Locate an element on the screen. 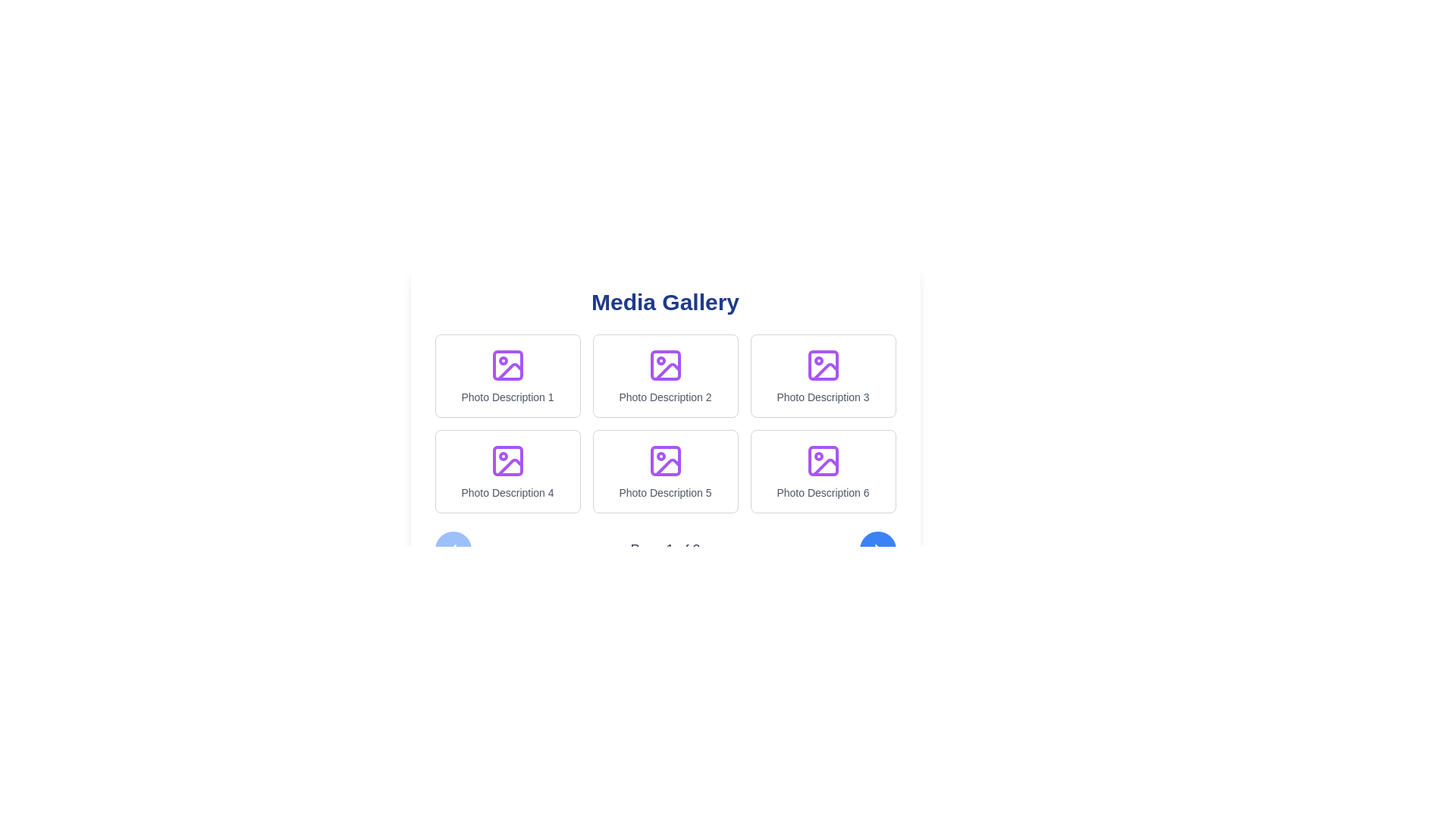  the icon representing the image or photo placeholder located in the second row and first column of the grid, aligned with 'Photo Description 4' in the 'Media Gallery' section is located at coordinates (507, 460).